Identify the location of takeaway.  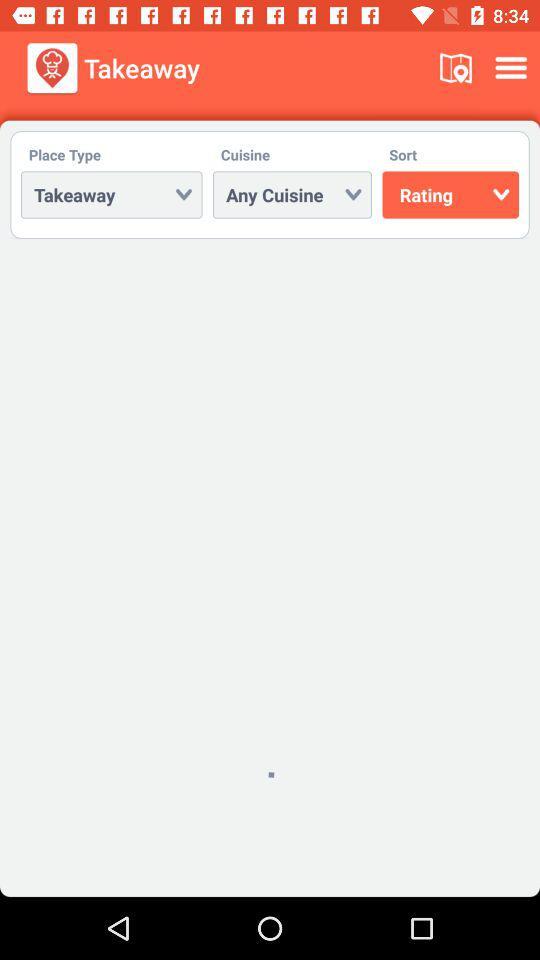
(111, 194).